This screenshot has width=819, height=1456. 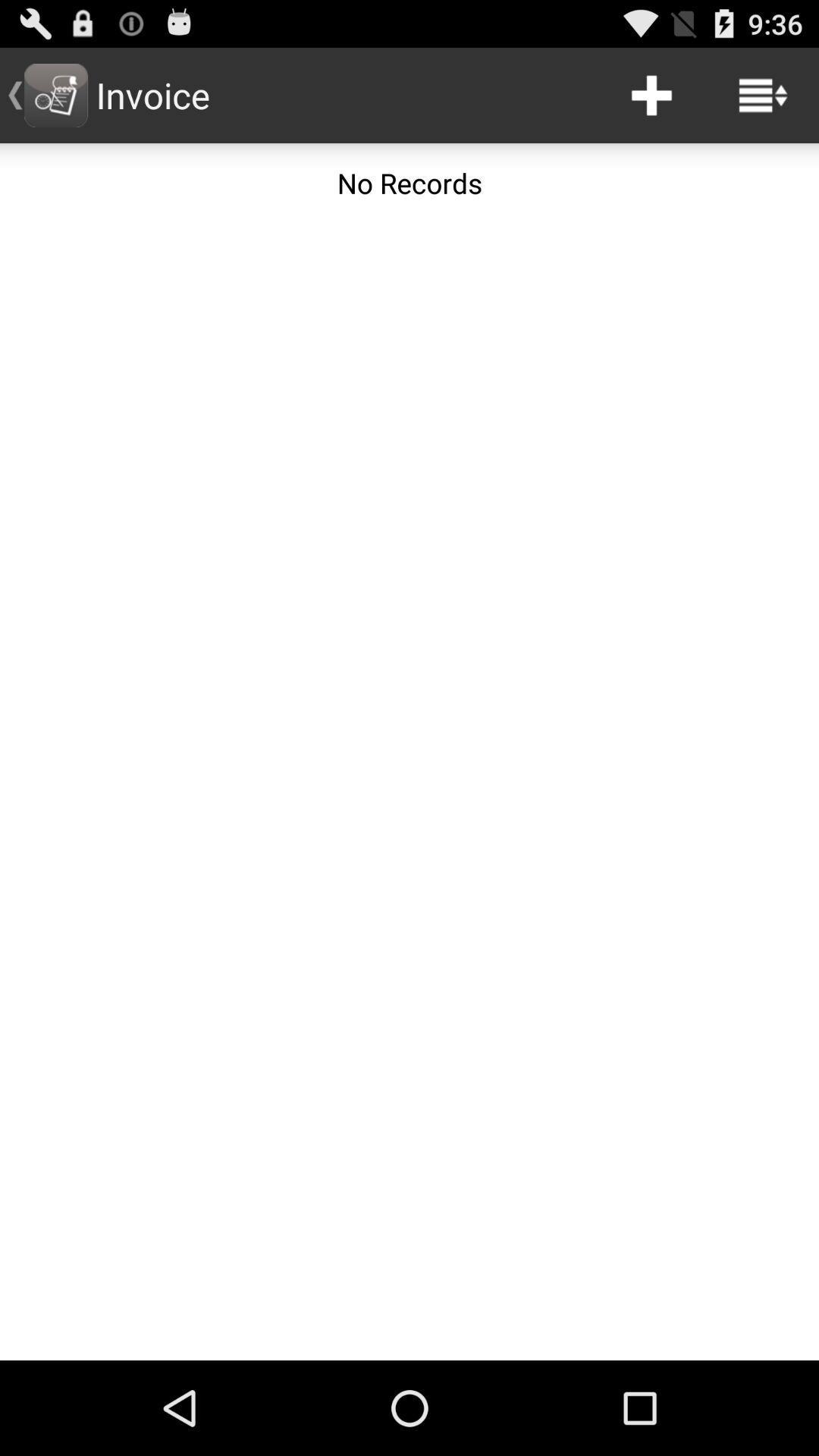 I want to click on the item to the right of the invoice app, so click(x=651, y=94).